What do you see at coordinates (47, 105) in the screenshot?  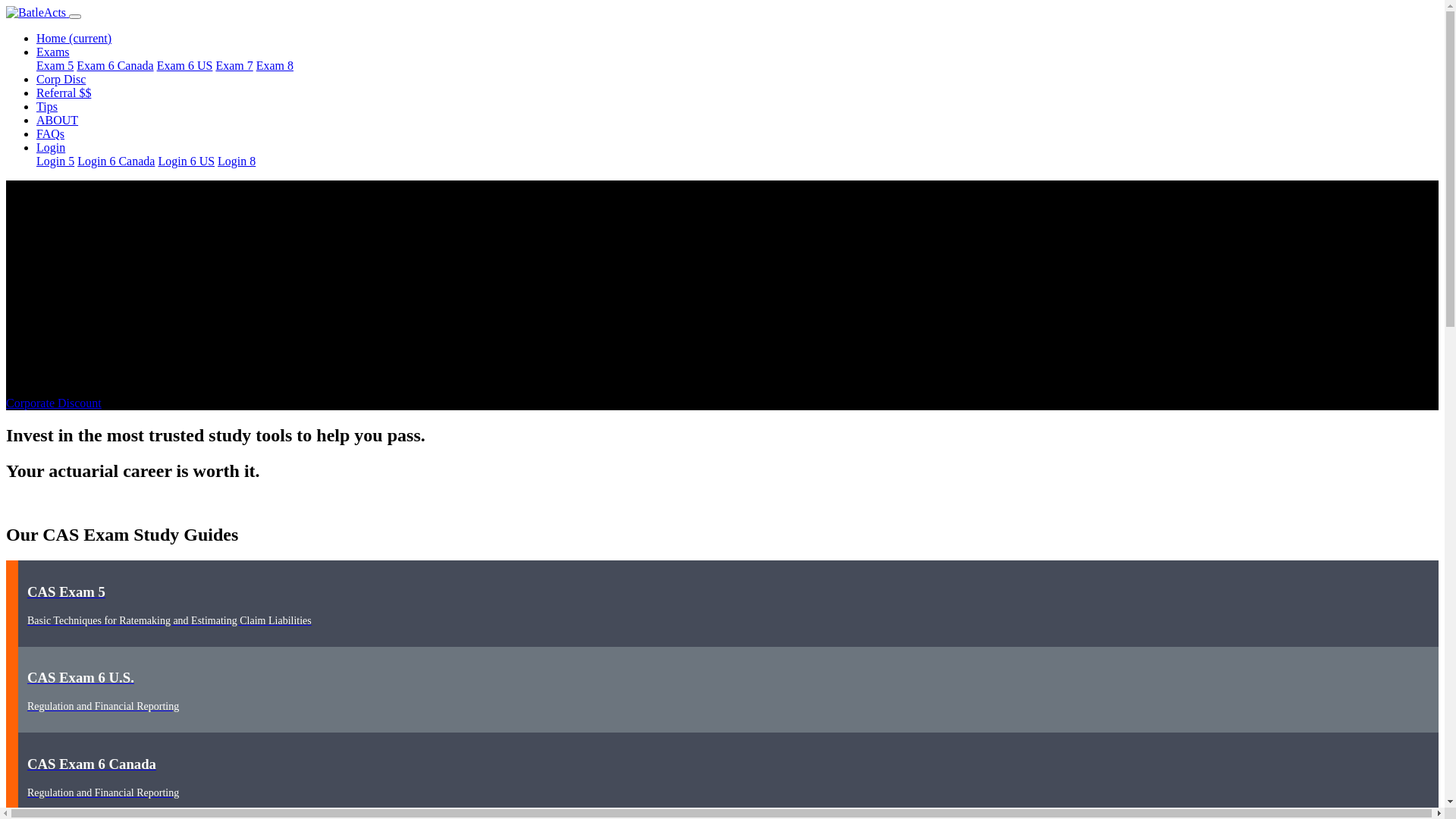 I see `'Tips'` at bounding box center [47, 105].